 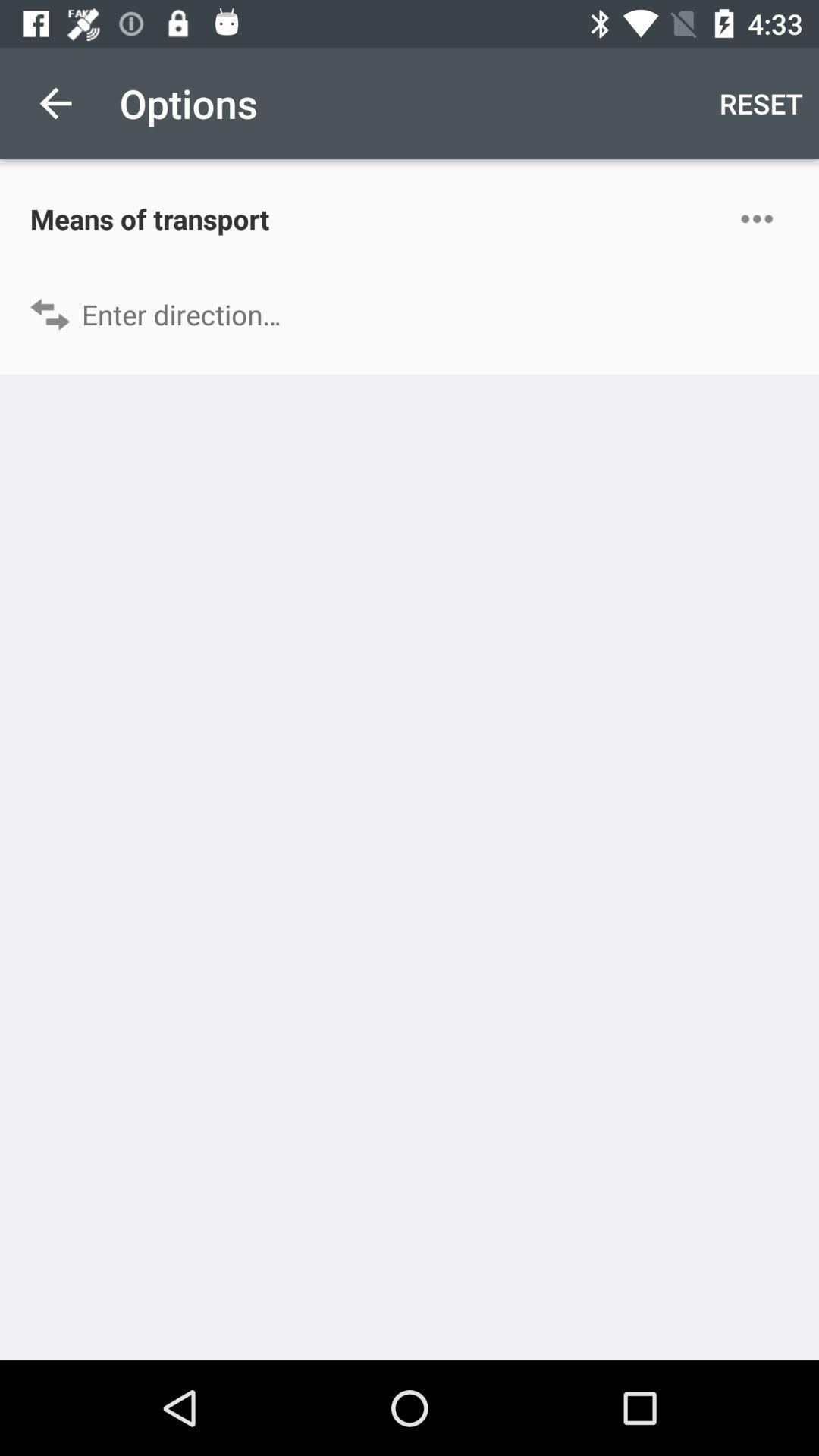 I want to click on the item next to the options item, so click(x=761, y=102).